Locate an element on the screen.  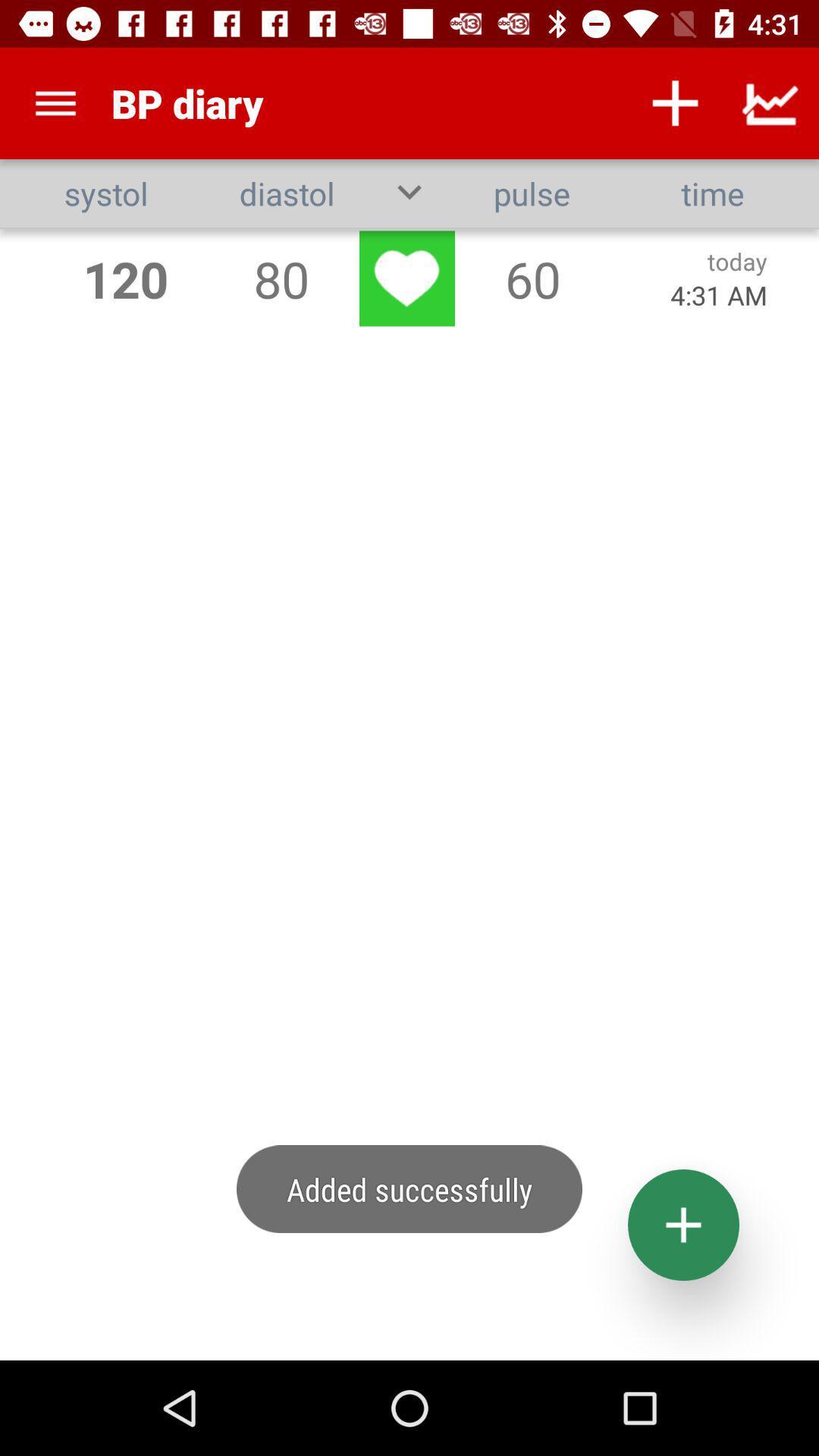
icon next to the bp diary is located at coordinates (55, 102).